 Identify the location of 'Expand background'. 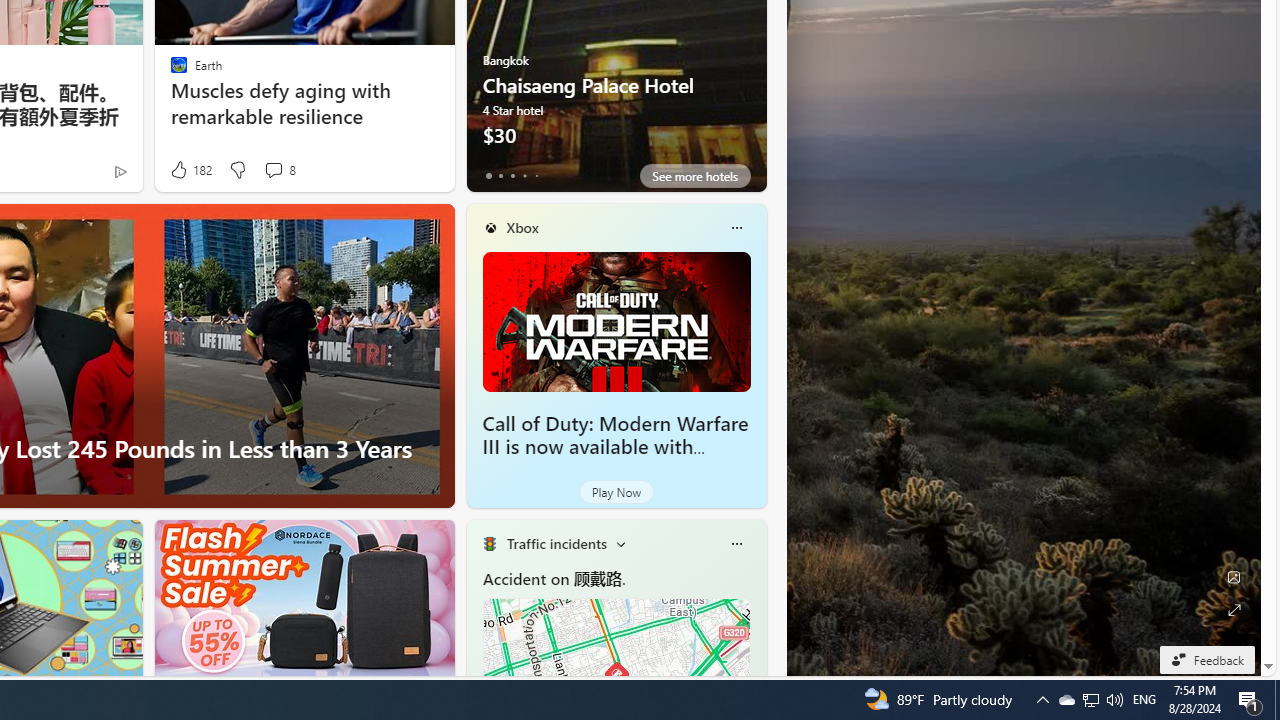
(1232, 609).